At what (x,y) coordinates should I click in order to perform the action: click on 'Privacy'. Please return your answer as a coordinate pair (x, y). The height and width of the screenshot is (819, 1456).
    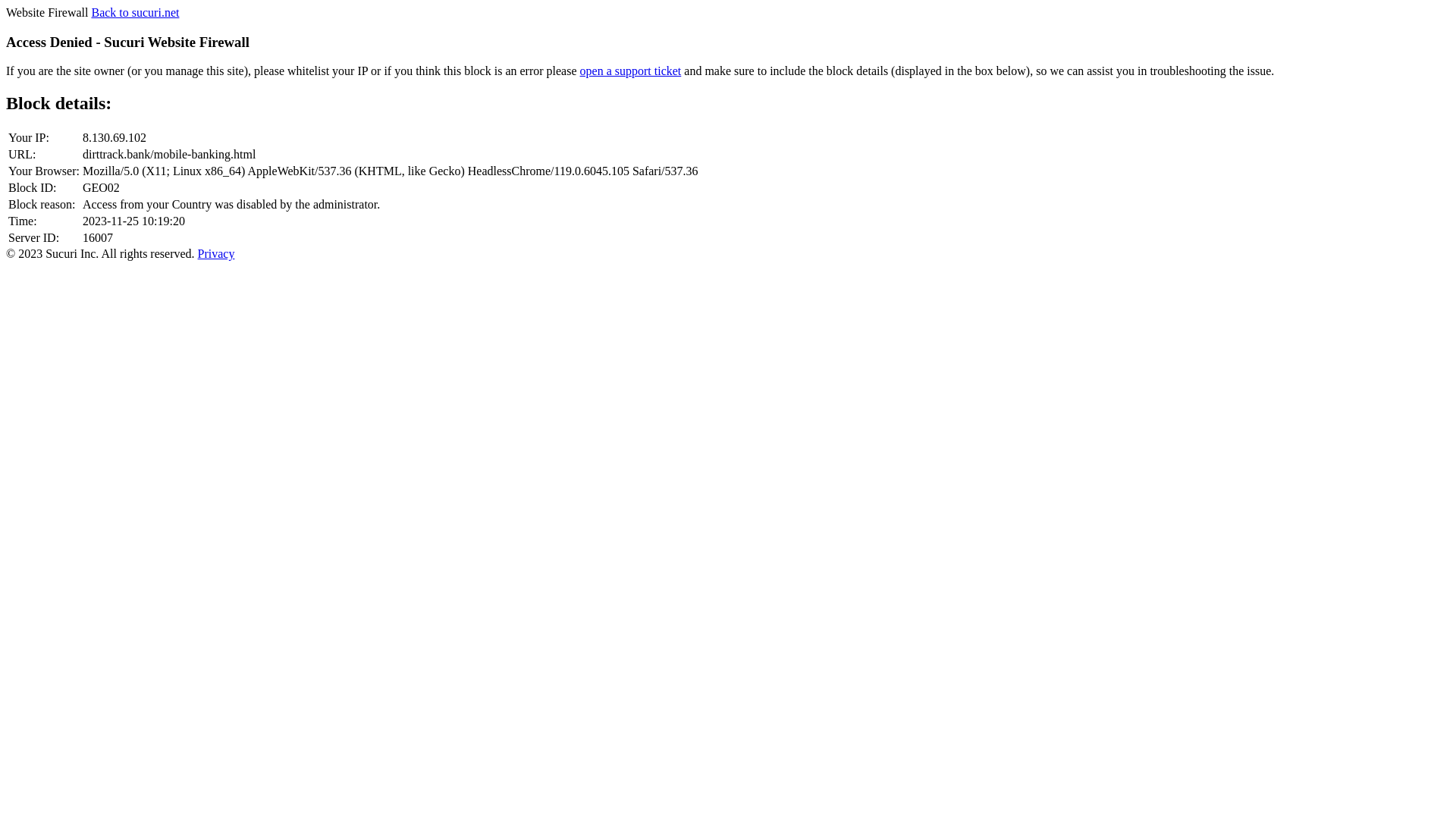
    Looking at the image, I should click on (196, 253).